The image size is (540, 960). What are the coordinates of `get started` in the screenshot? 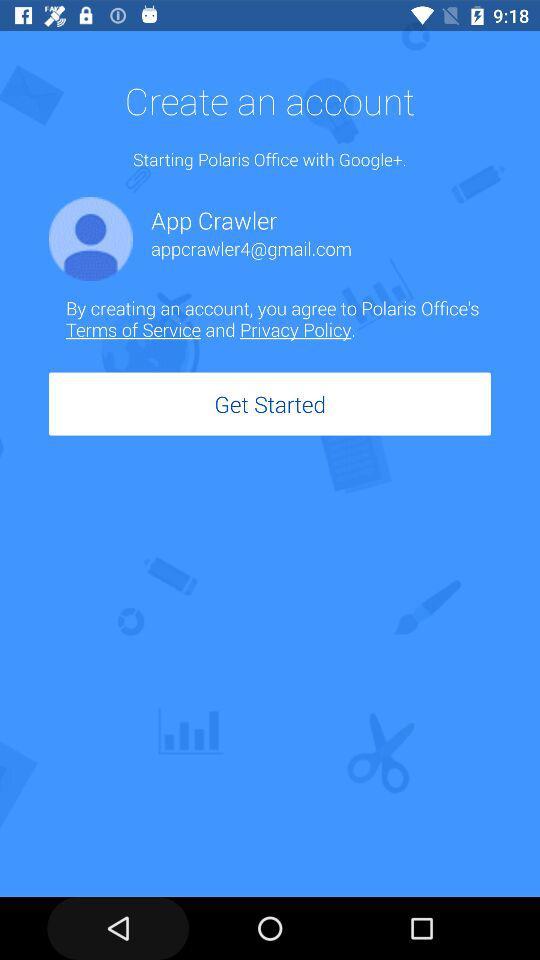 It's located at (270, 403).